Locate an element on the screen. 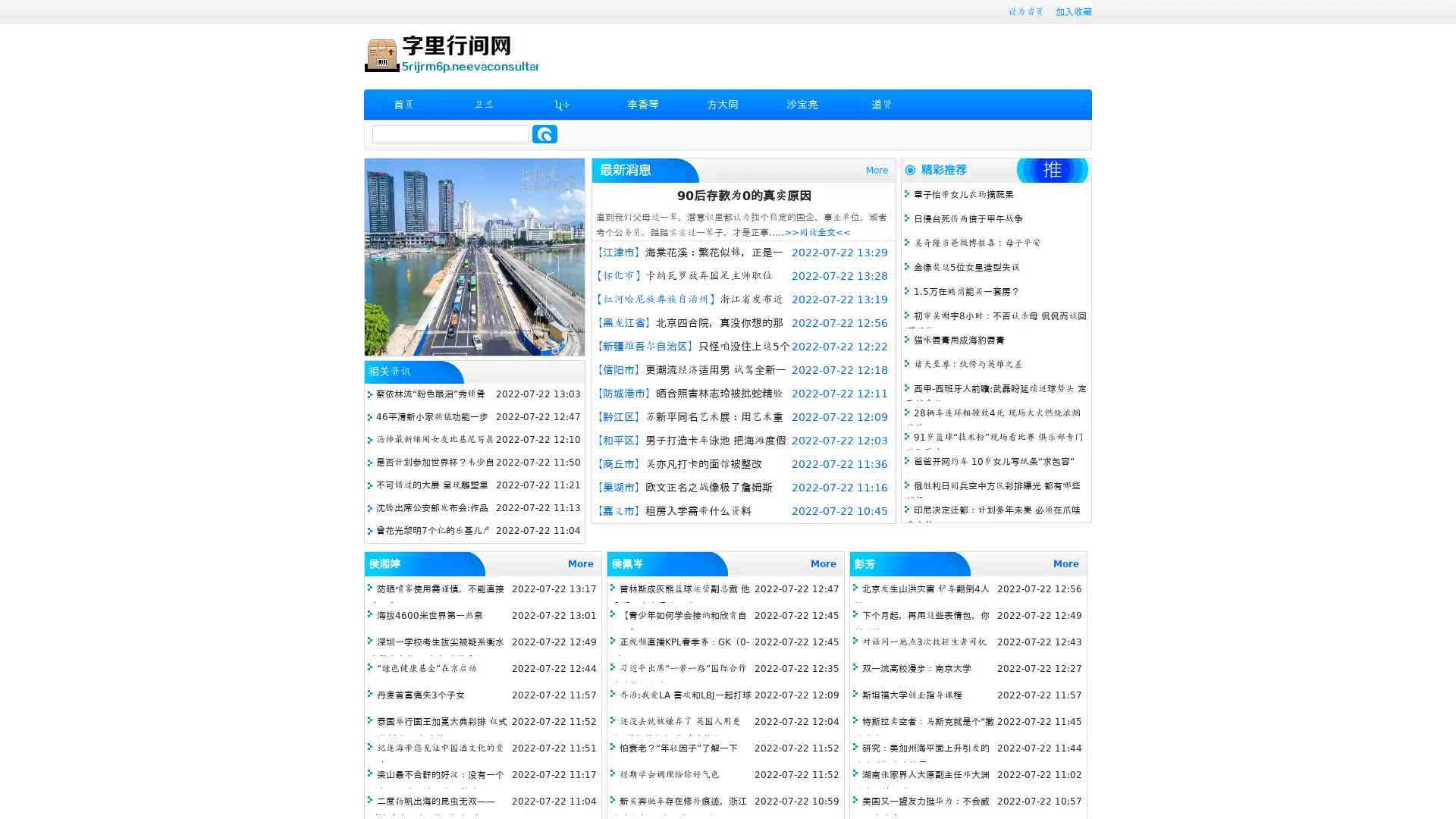 The height and width of the screenshot is (819, 1456). Search is located at coordinates (544, 133).